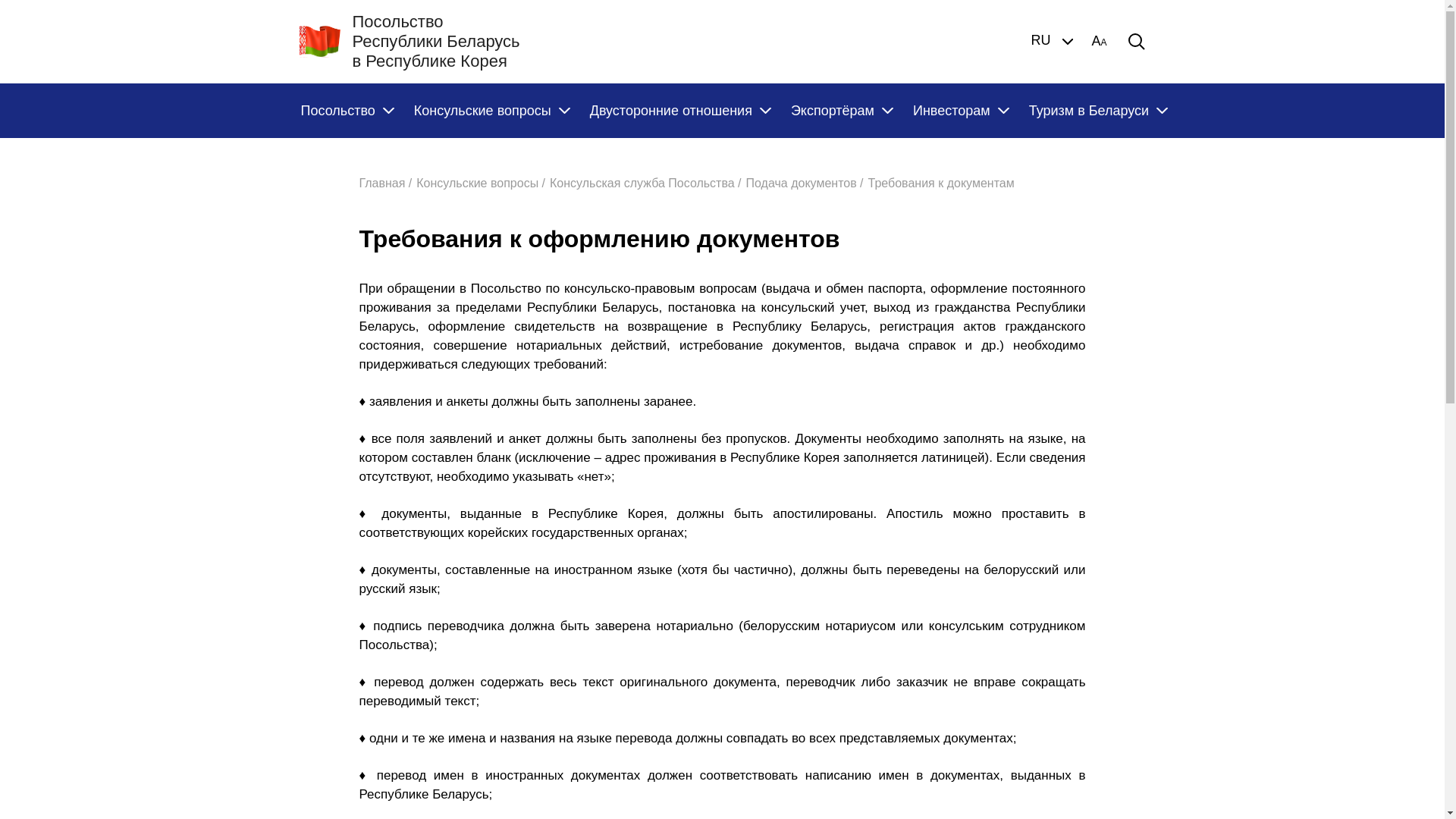 This screenshot has height=819, width=1456. I want to click on 'AA', so click(1099, 40).